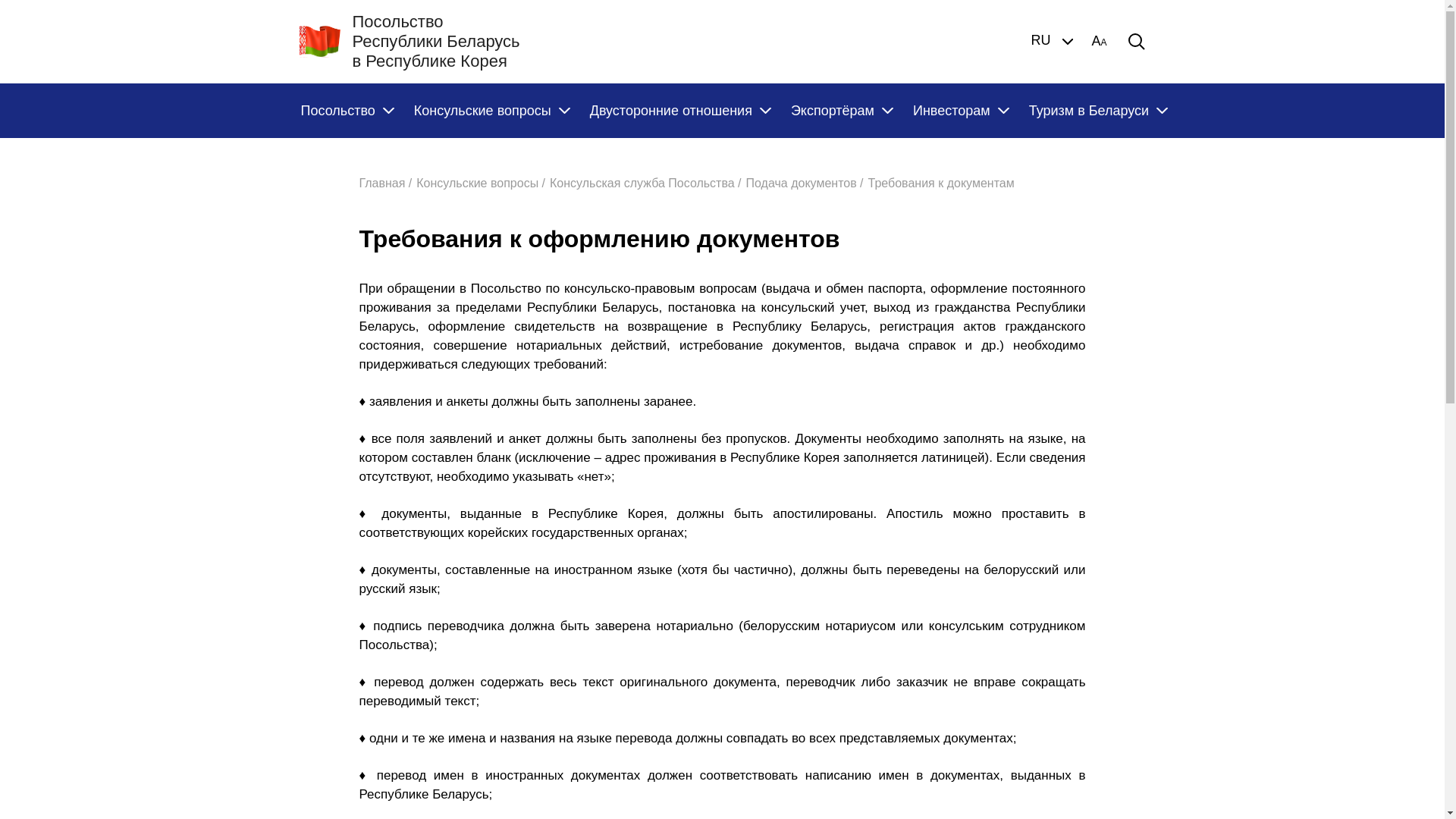 This screenshot has height=819, width=1456. I want to click on 'AA', so click(1099, 40).